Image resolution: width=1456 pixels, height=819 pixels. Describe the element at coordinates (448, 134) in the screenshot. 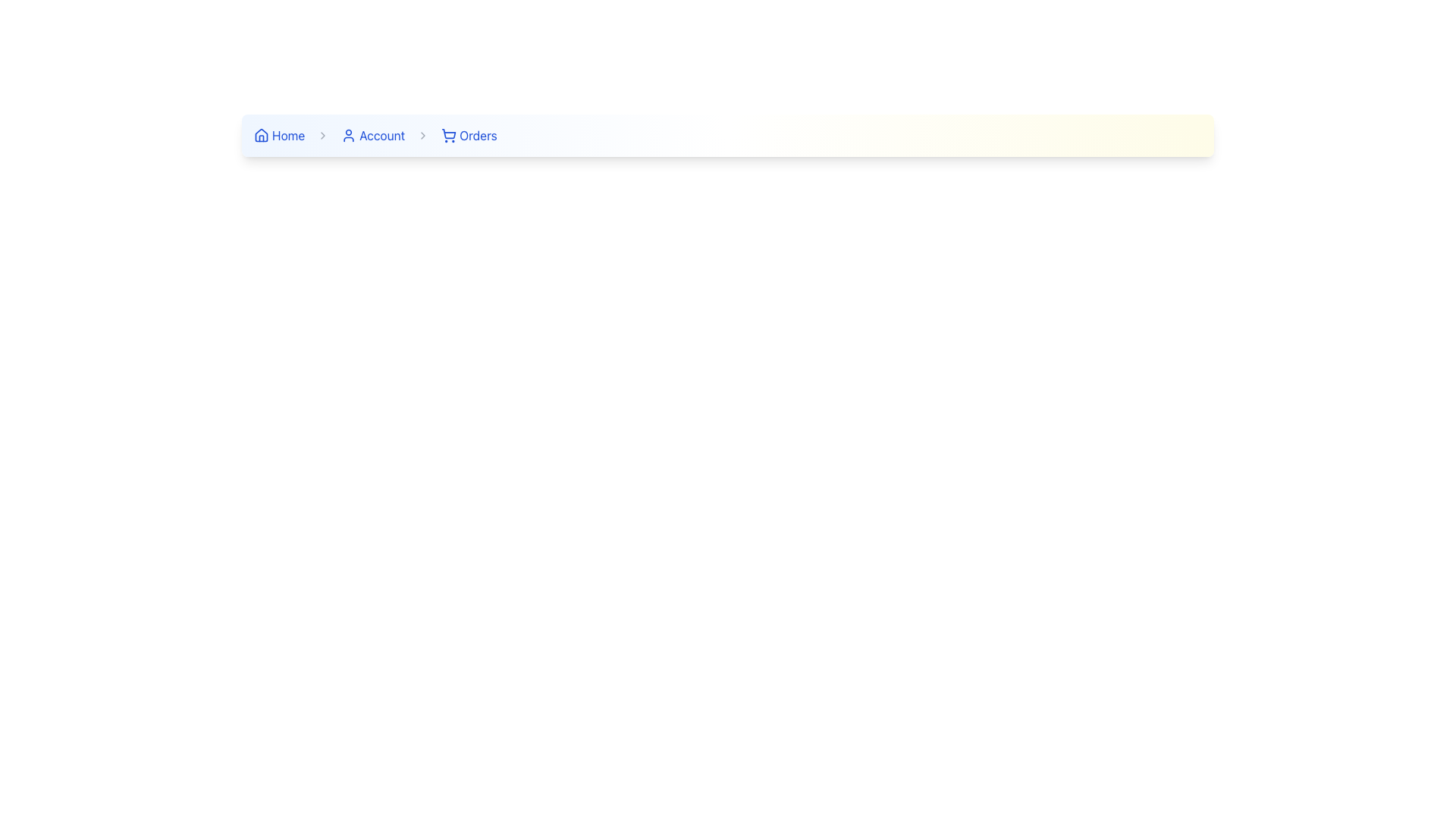

I see `the shopping cart icon, which is styled with thin strokes and blue color, located to the left of the 'Orders' text in the breadcrumb navigation bar` at that location.